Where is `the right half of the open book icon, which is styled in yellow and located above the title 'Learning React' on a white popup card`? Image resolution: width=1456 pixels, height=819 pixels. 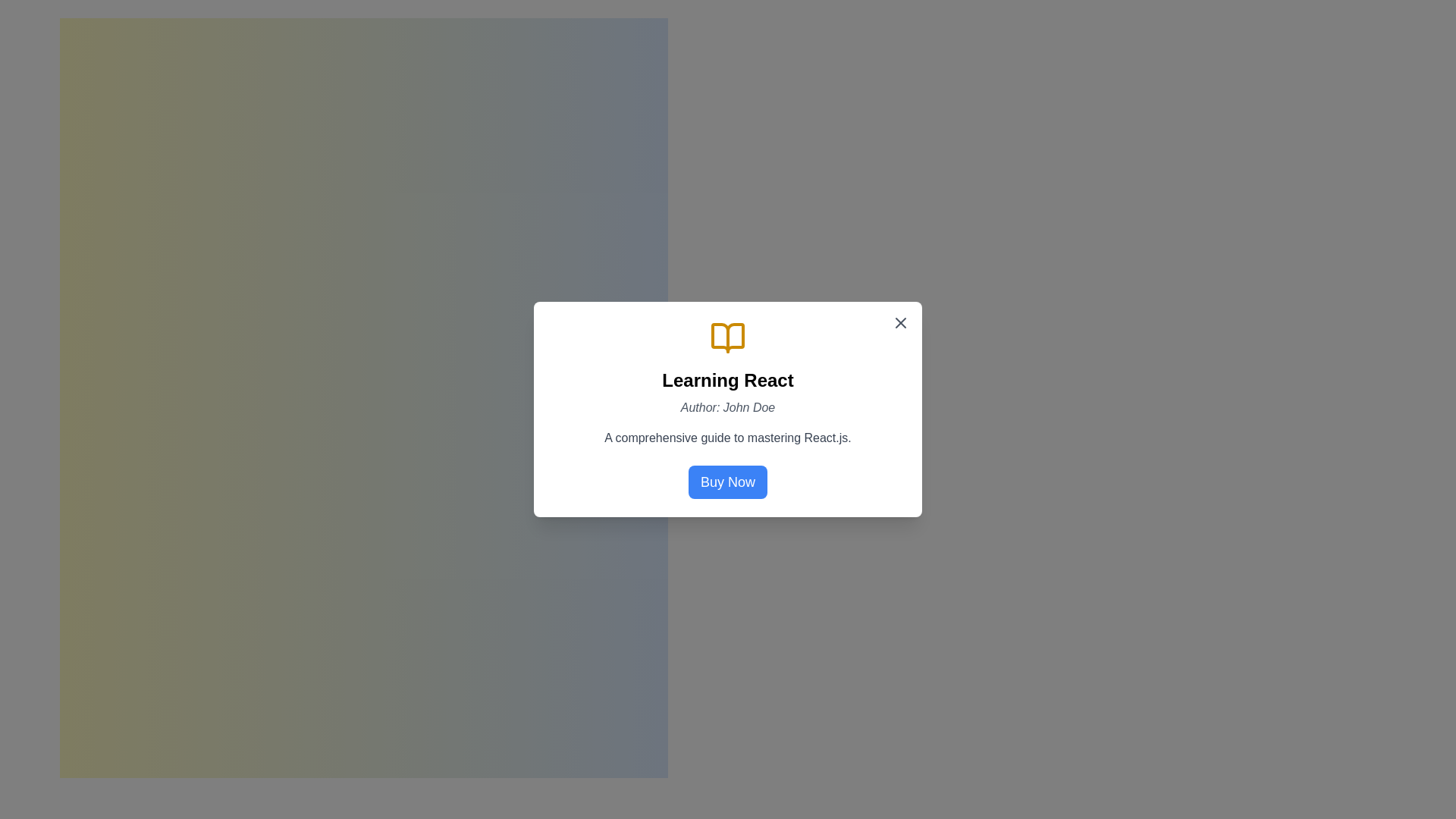 the right half of the open book icon, which is styled in yellow and located above the title 'Learning React' on a white popup card is located at coordinates (728, 337).